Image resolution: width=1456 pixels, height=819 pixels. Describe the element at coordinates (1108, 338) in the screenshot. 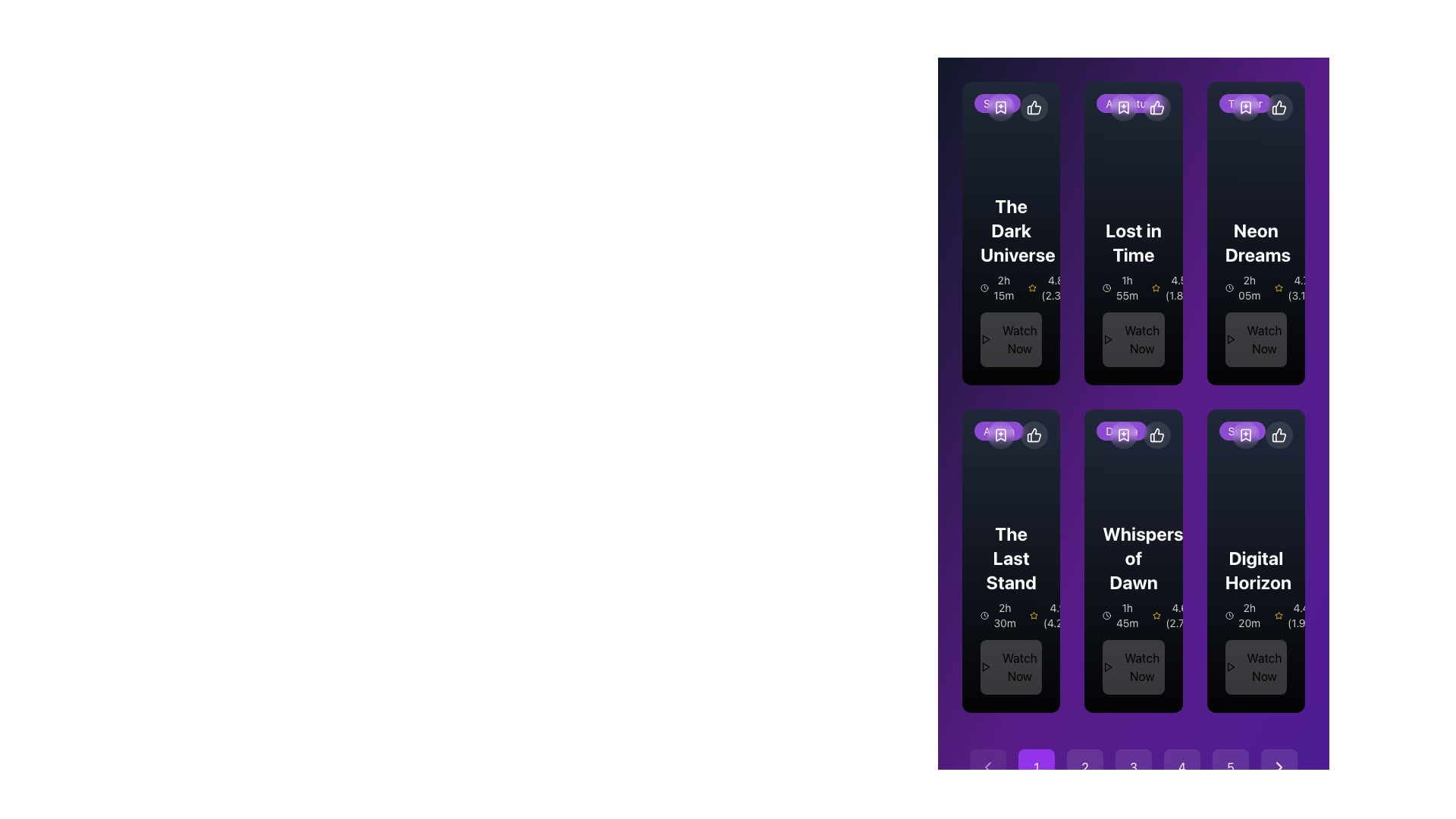

I see `the play icon inside the 'Lost in Time' button` at that location.